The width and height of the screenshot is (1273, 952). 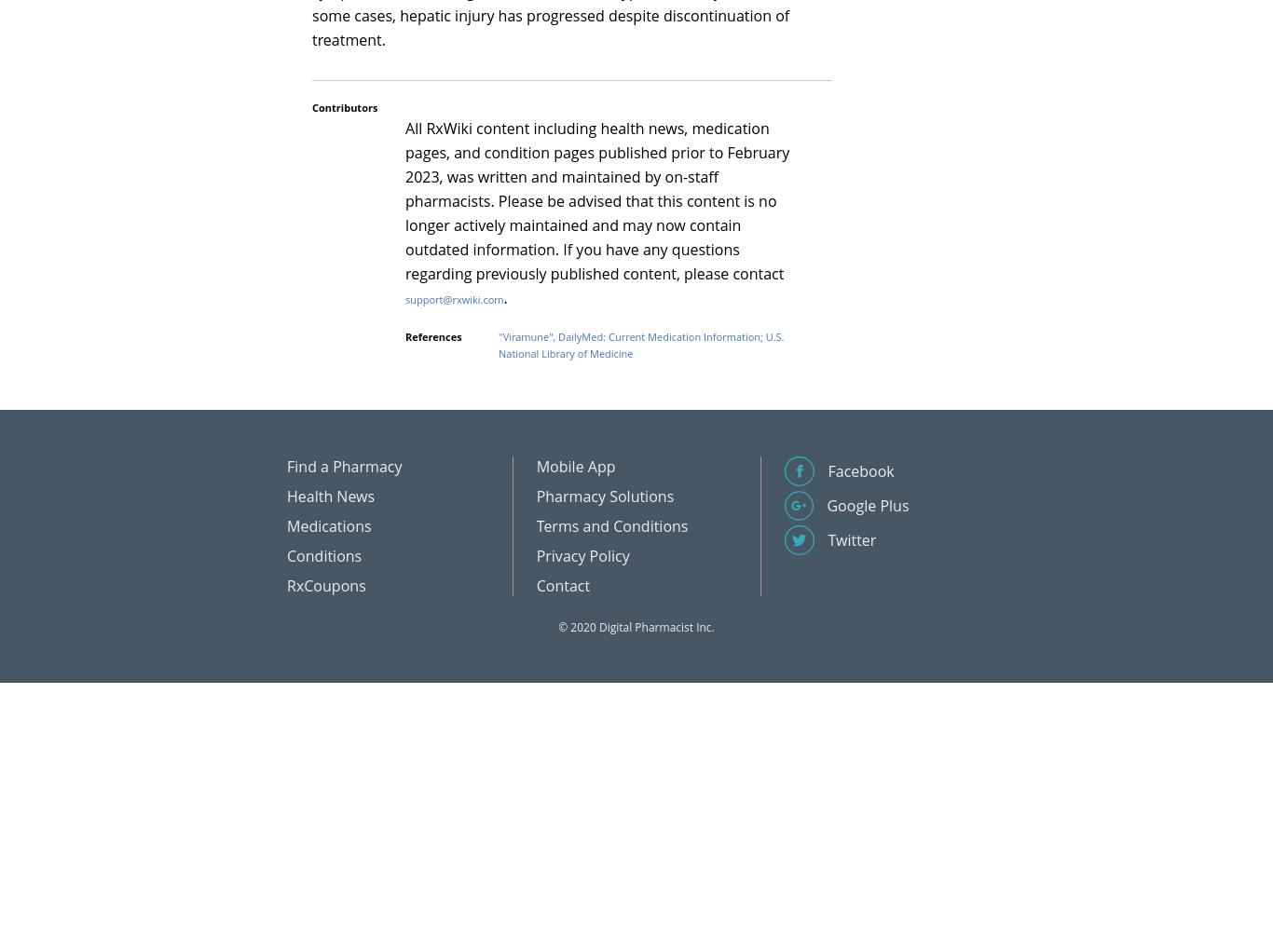 I want to click on 'Mobile App', so click(x=574, y=466).